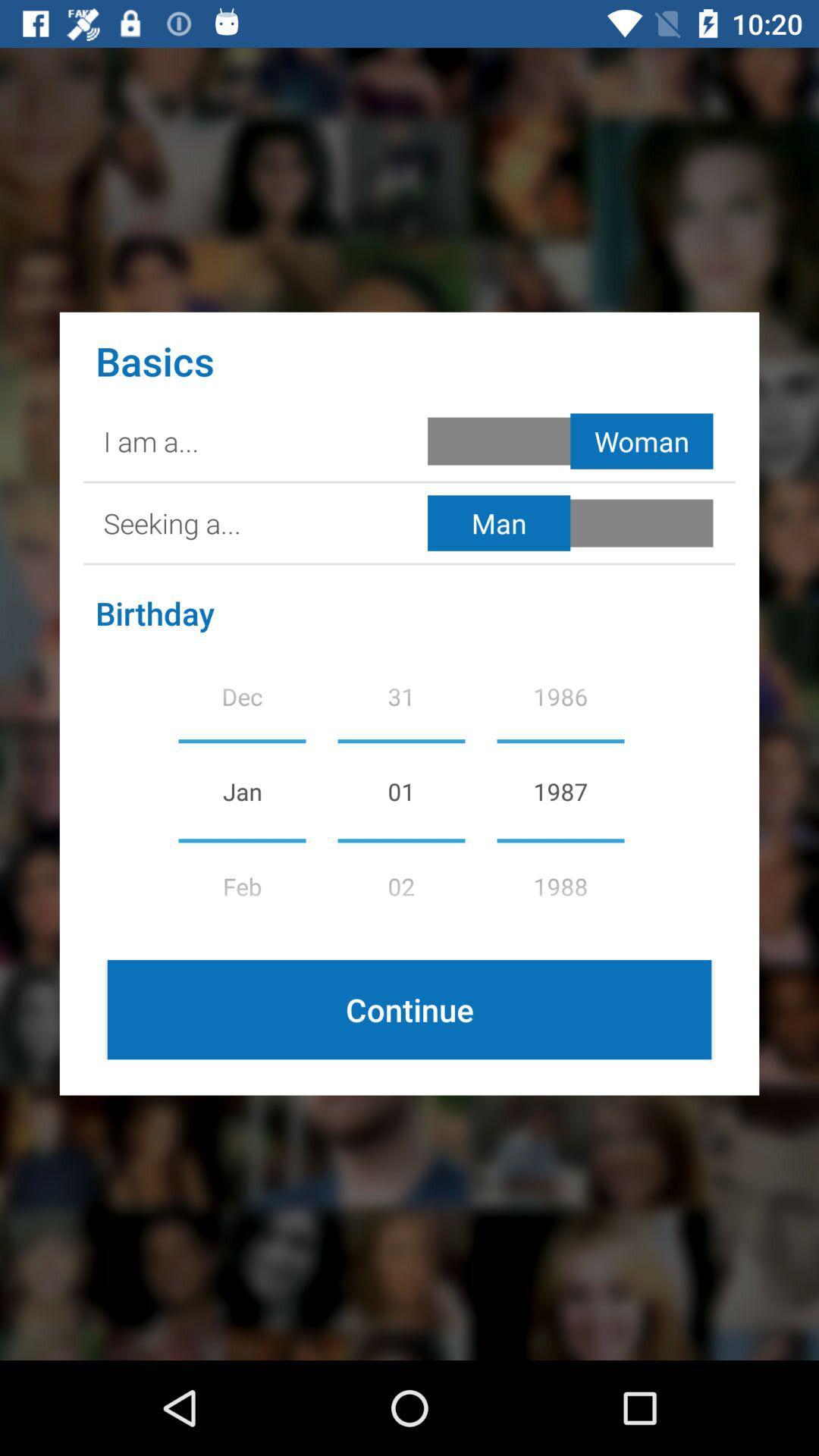 This screenshot has height=1456, width=819. What do you see at coordinates (573, 440) in the screenshot?
I see `gender option` at bounding box center [573, 440].